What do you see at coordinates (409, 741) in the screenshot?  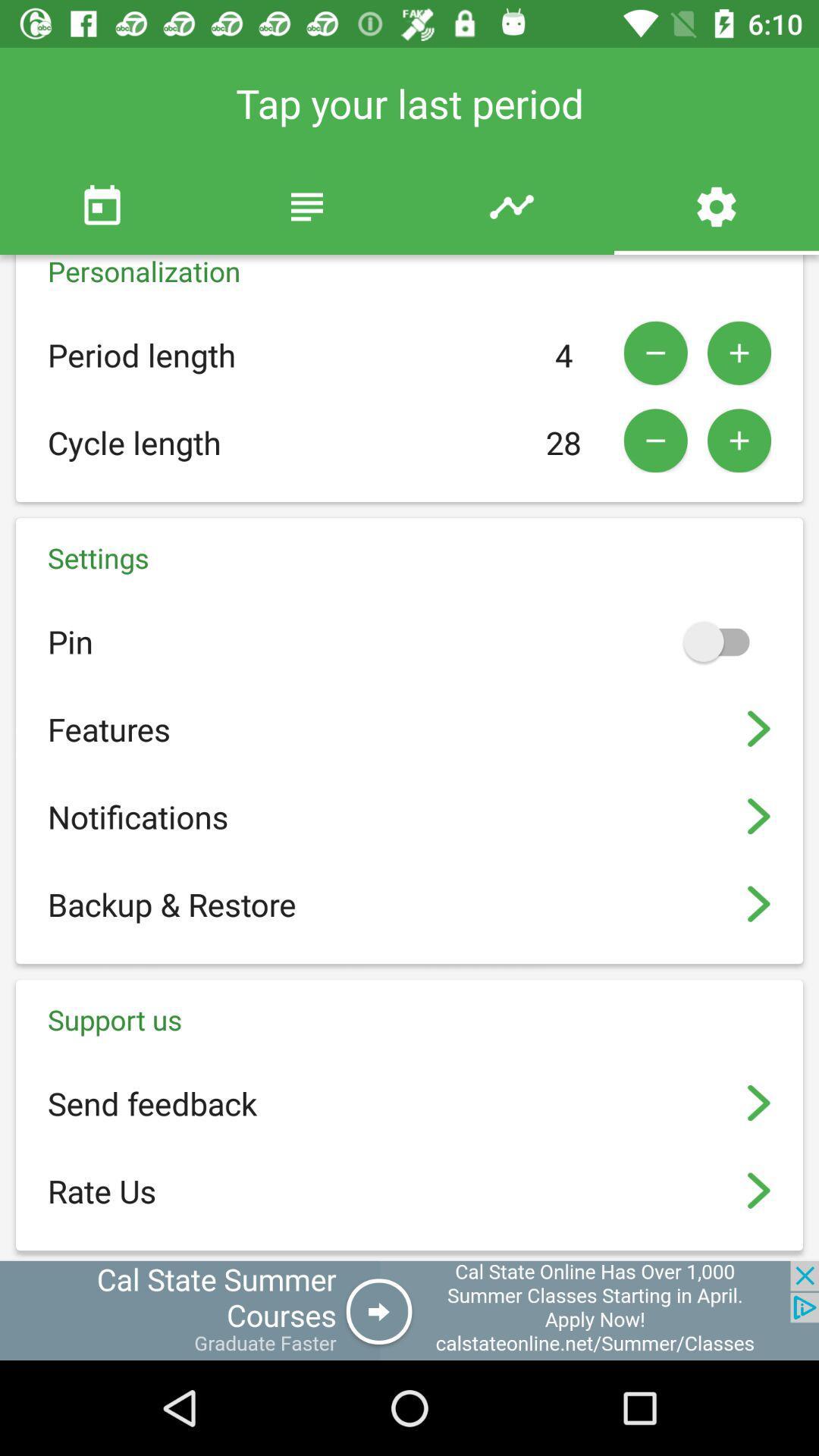 I see `the settings block` at bounding box center [409, 741].